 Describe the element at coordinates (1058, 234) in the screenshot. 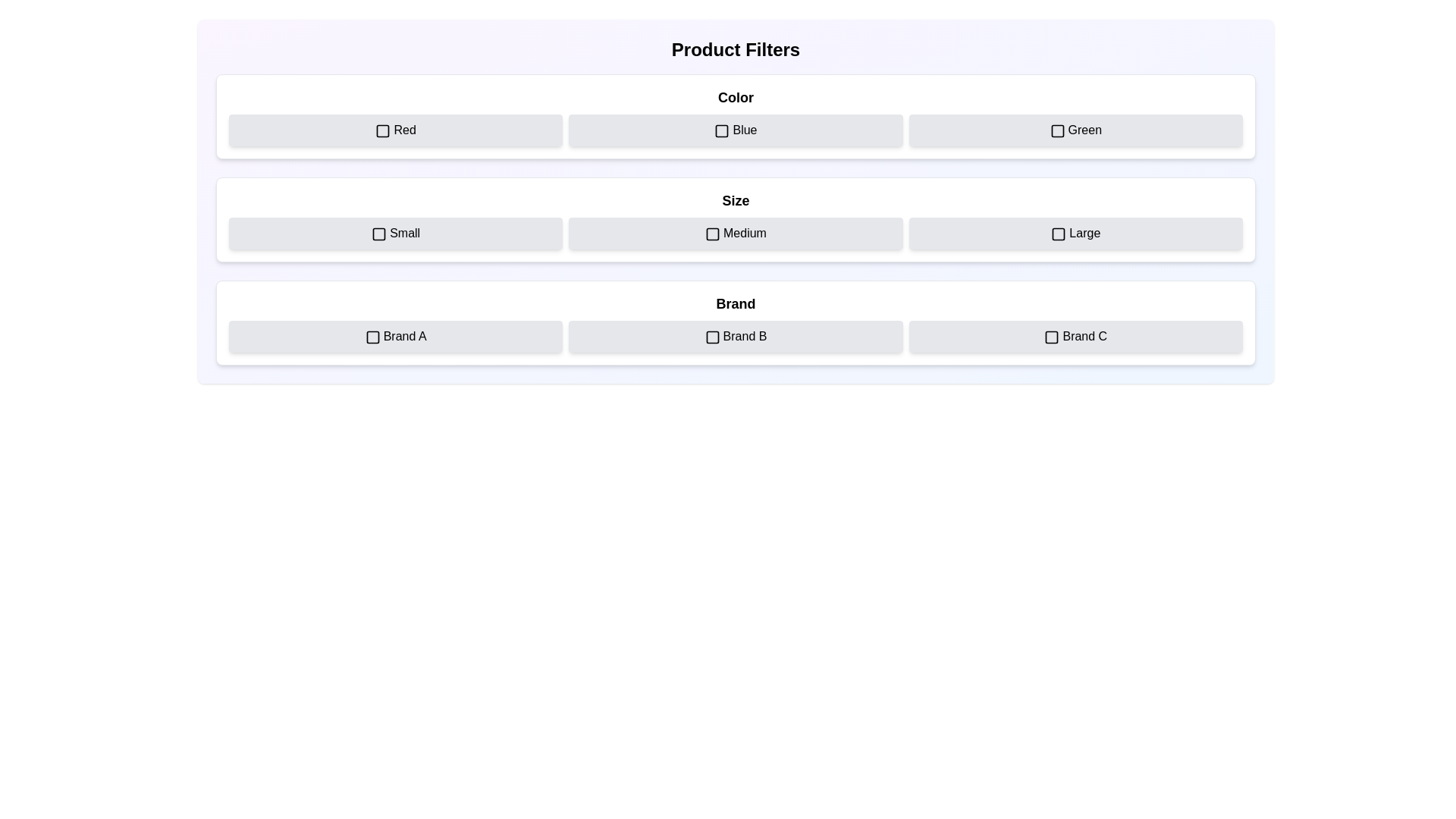

I see `the checkbox visual indicator for the 'Large' option, which is a hollow rounded rectangular box located` at that location.